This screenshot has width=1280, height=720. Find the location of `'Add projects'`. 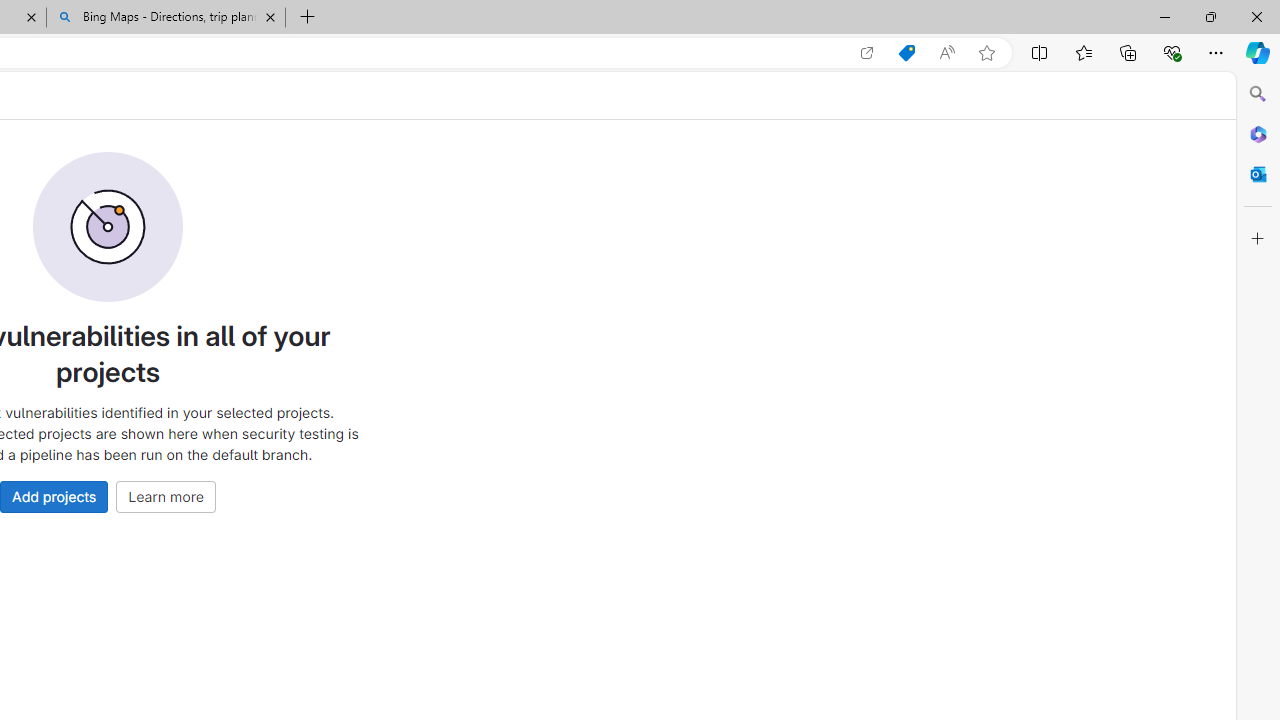

'Add projects' is located at coordinates (54, 495).